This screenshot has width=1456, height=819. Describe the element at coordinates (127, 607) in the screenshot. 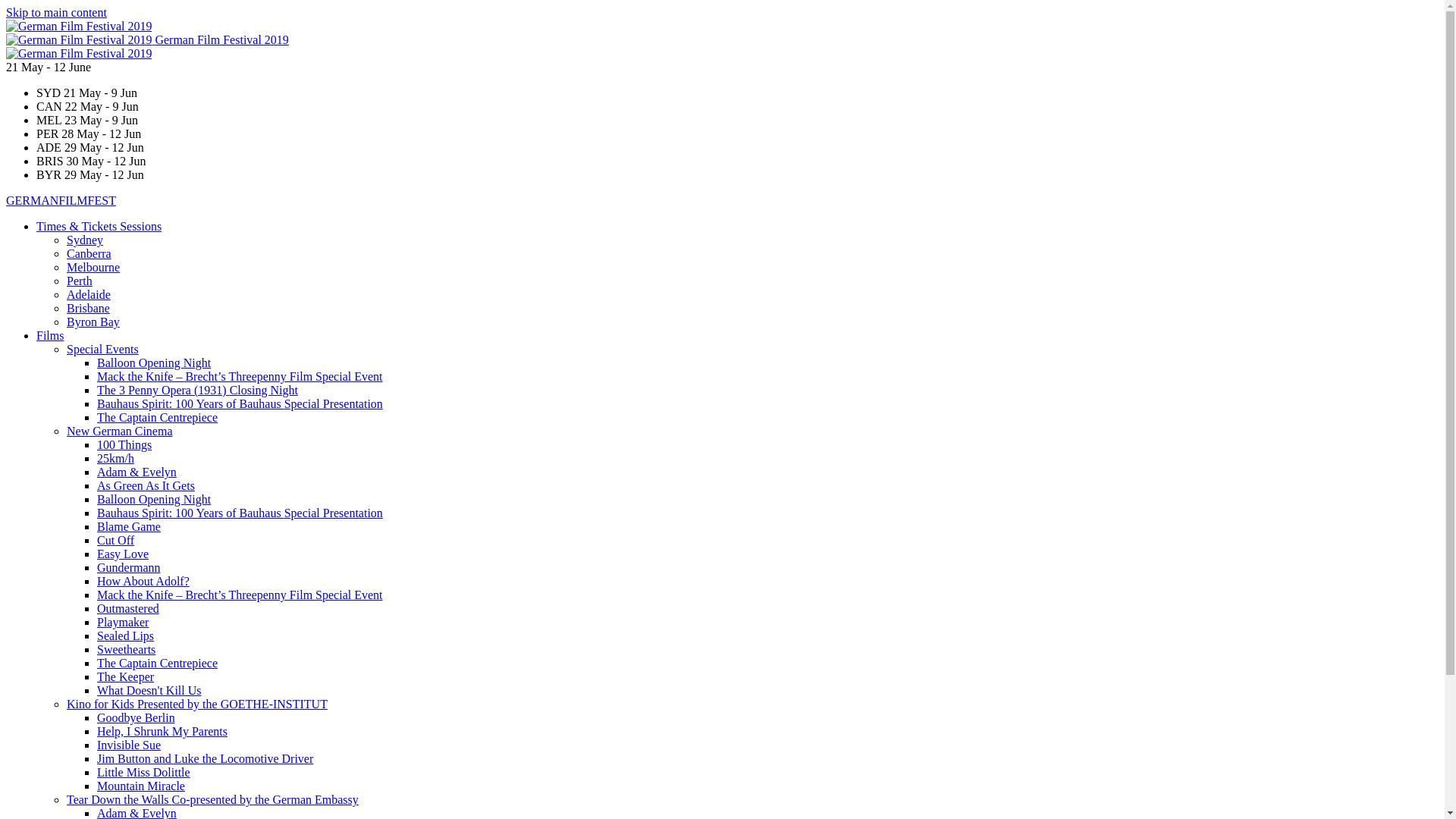

I see `'Outmastered'` at that location.